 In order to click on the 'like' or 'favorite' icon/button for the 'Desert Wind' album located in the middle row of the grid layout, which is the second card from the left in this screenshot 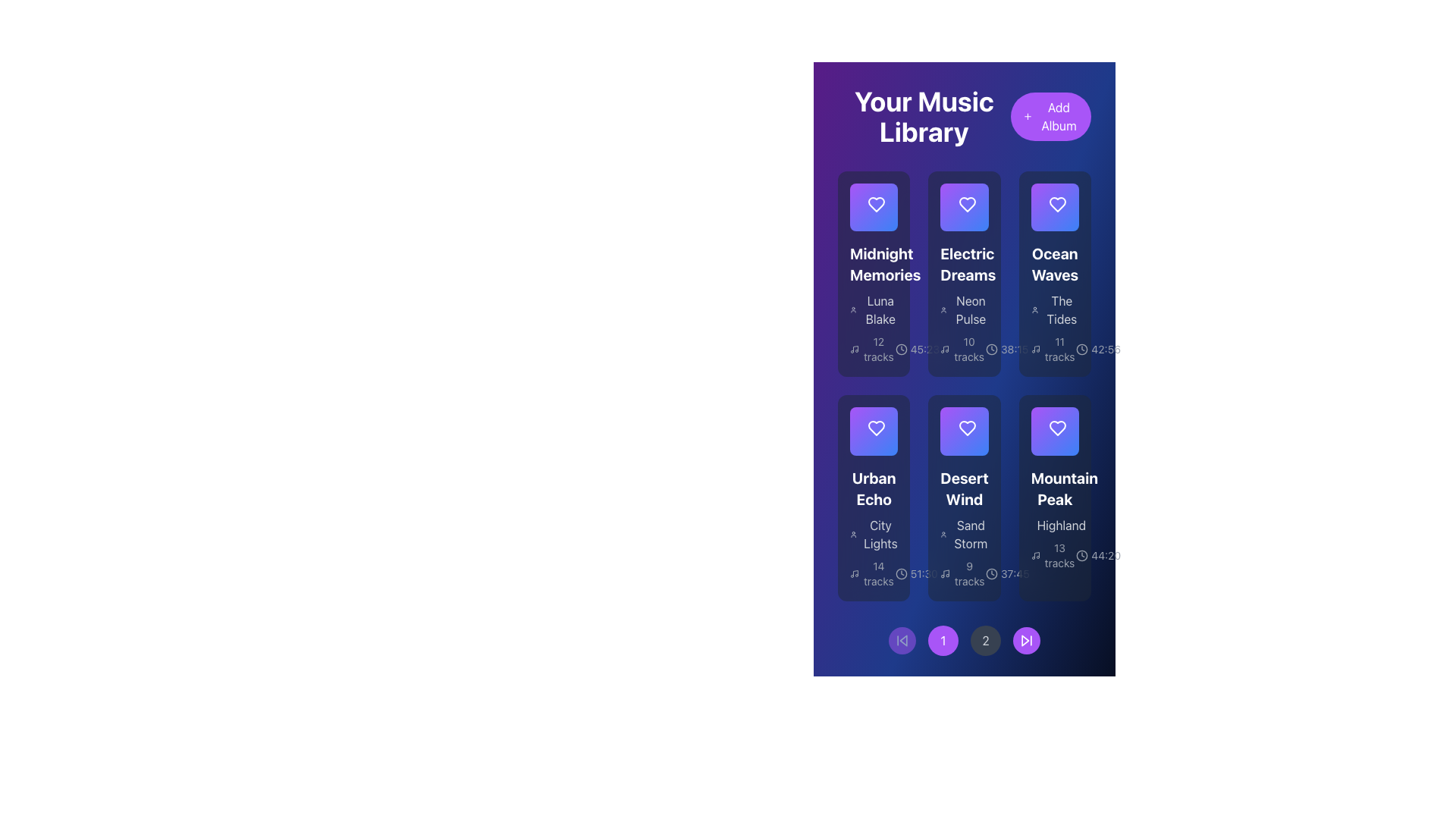, I will do `click(966, 431)`.